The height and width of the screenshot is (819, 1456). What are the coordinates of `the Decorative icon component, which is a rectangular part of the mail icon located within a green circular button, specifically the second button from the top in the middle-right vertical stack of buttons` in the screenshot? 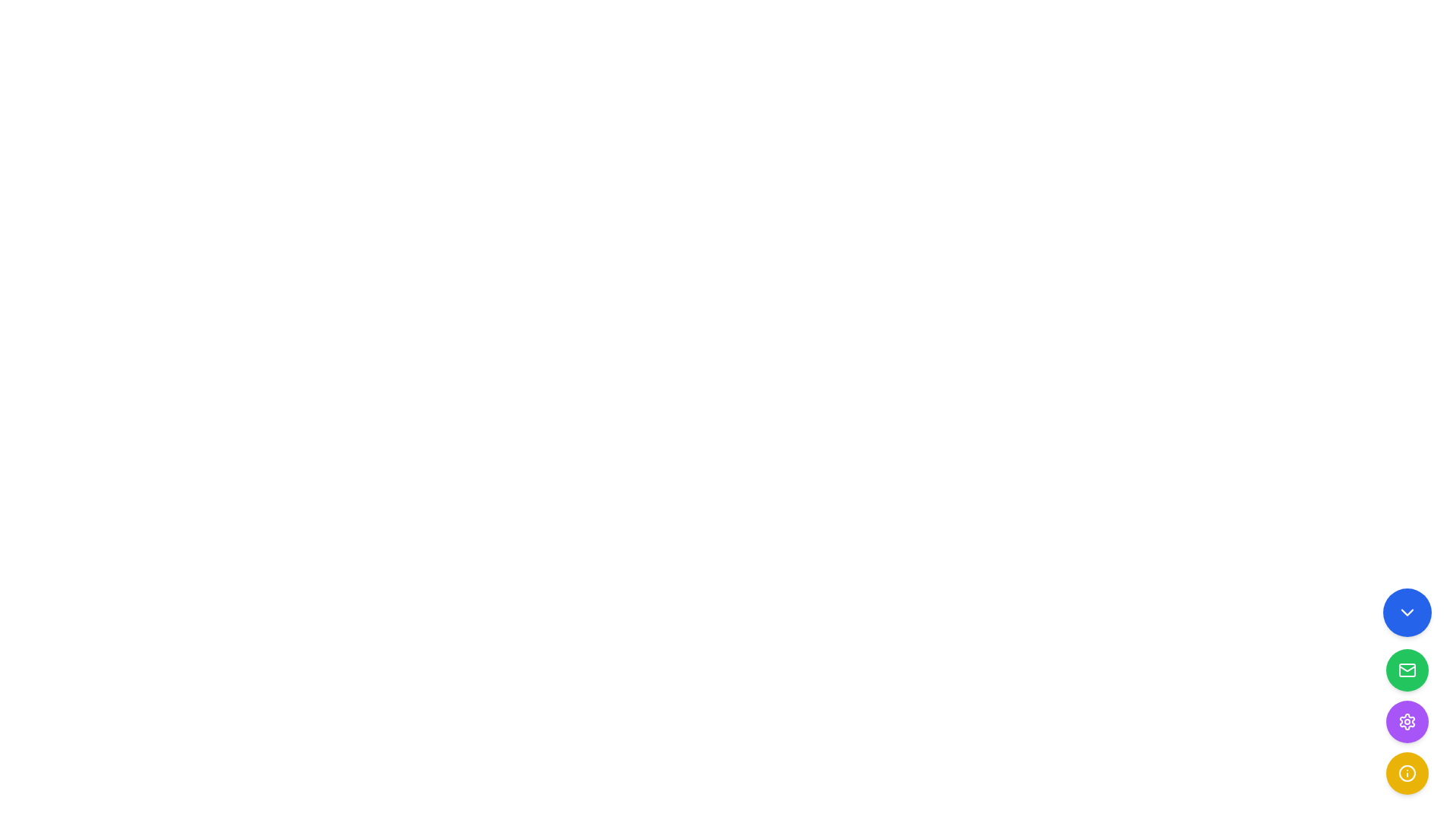 It's located at (1407, 669).